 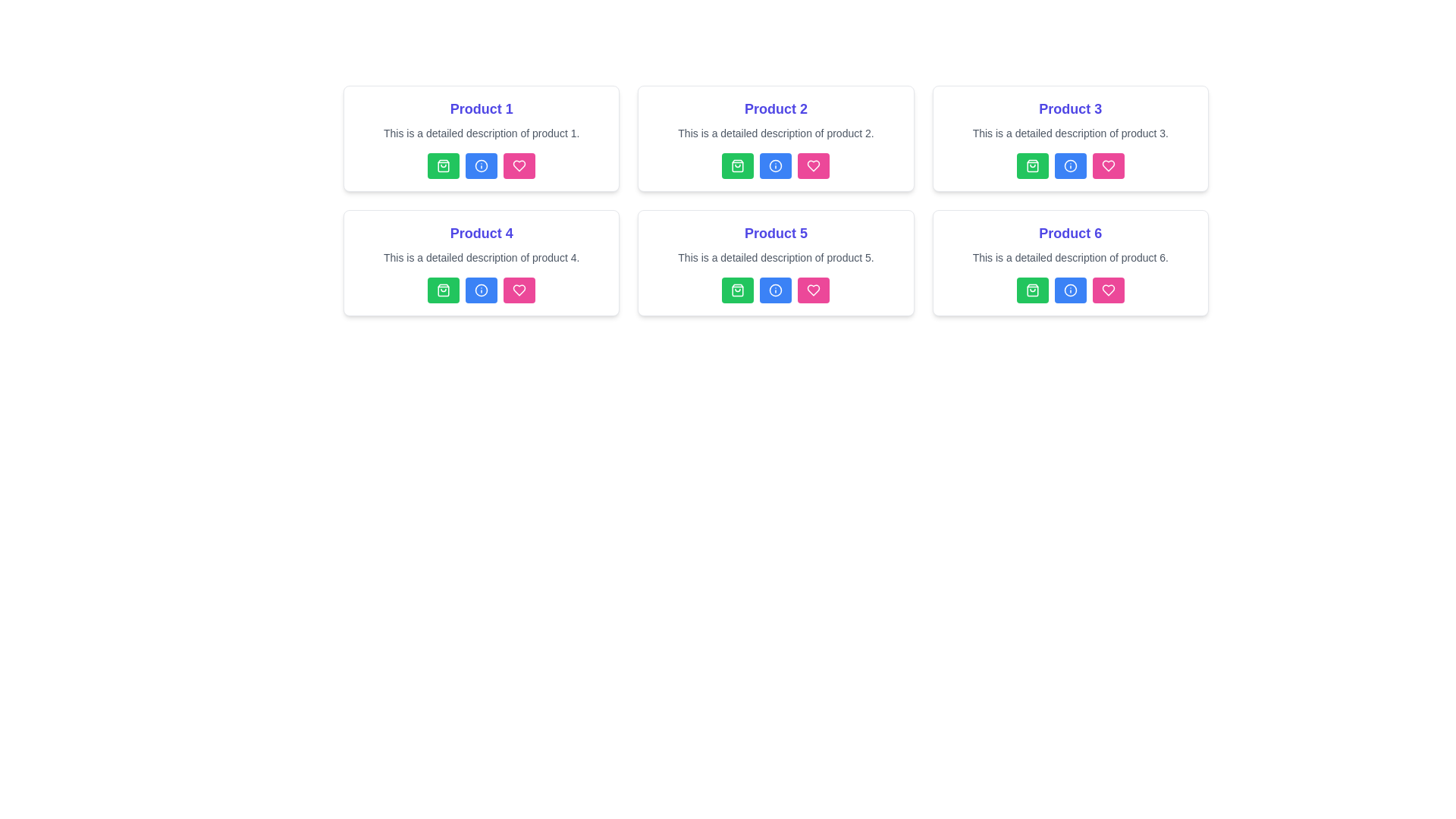 I want to click on the last button in the row of three buttons associated with 'Product 6' to mark the product as a favorite, so click(x=1108, y=290).